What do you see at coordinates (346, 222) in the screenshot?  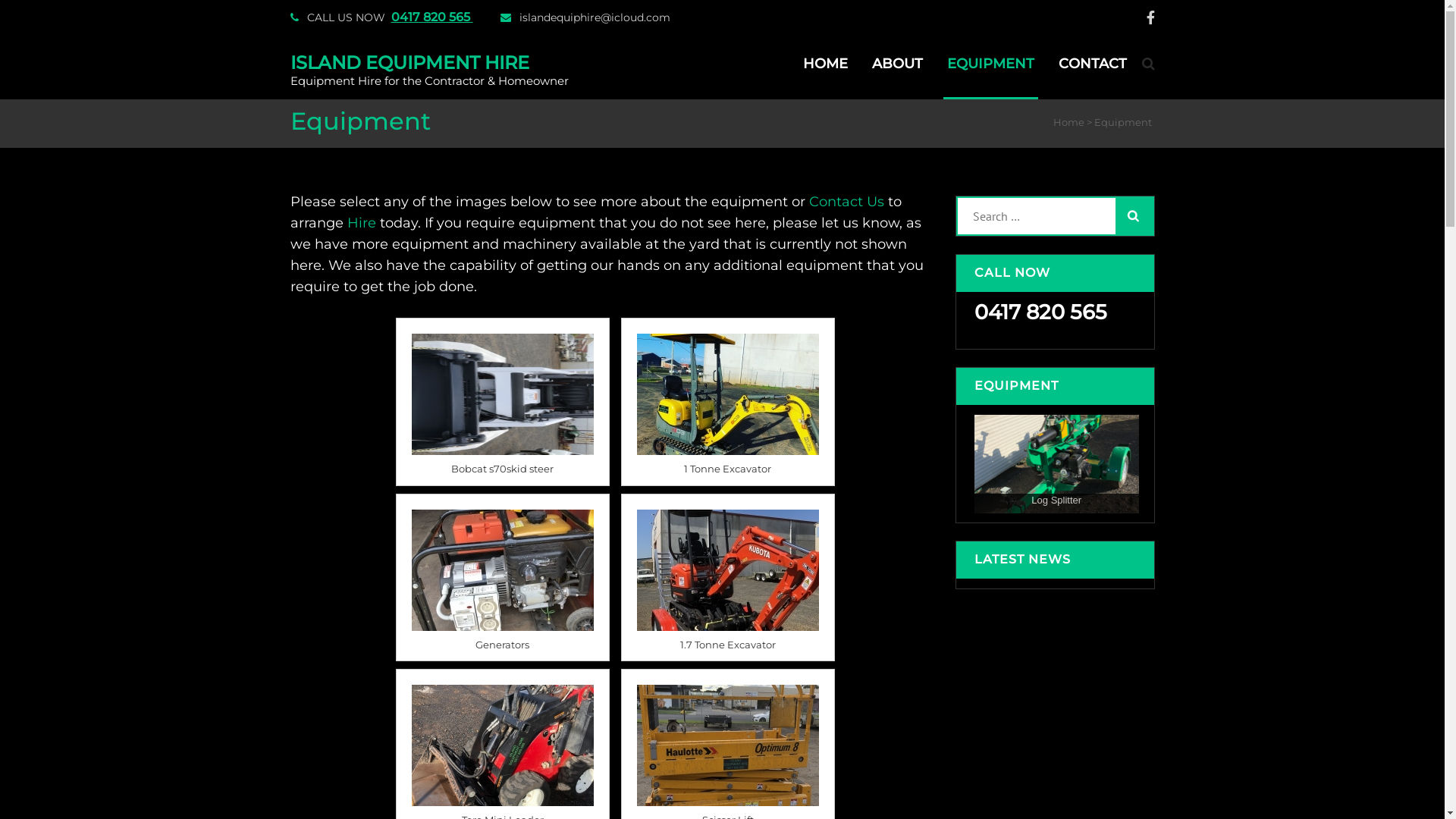 I see `'Hire'` at bounding box center [346, 222].